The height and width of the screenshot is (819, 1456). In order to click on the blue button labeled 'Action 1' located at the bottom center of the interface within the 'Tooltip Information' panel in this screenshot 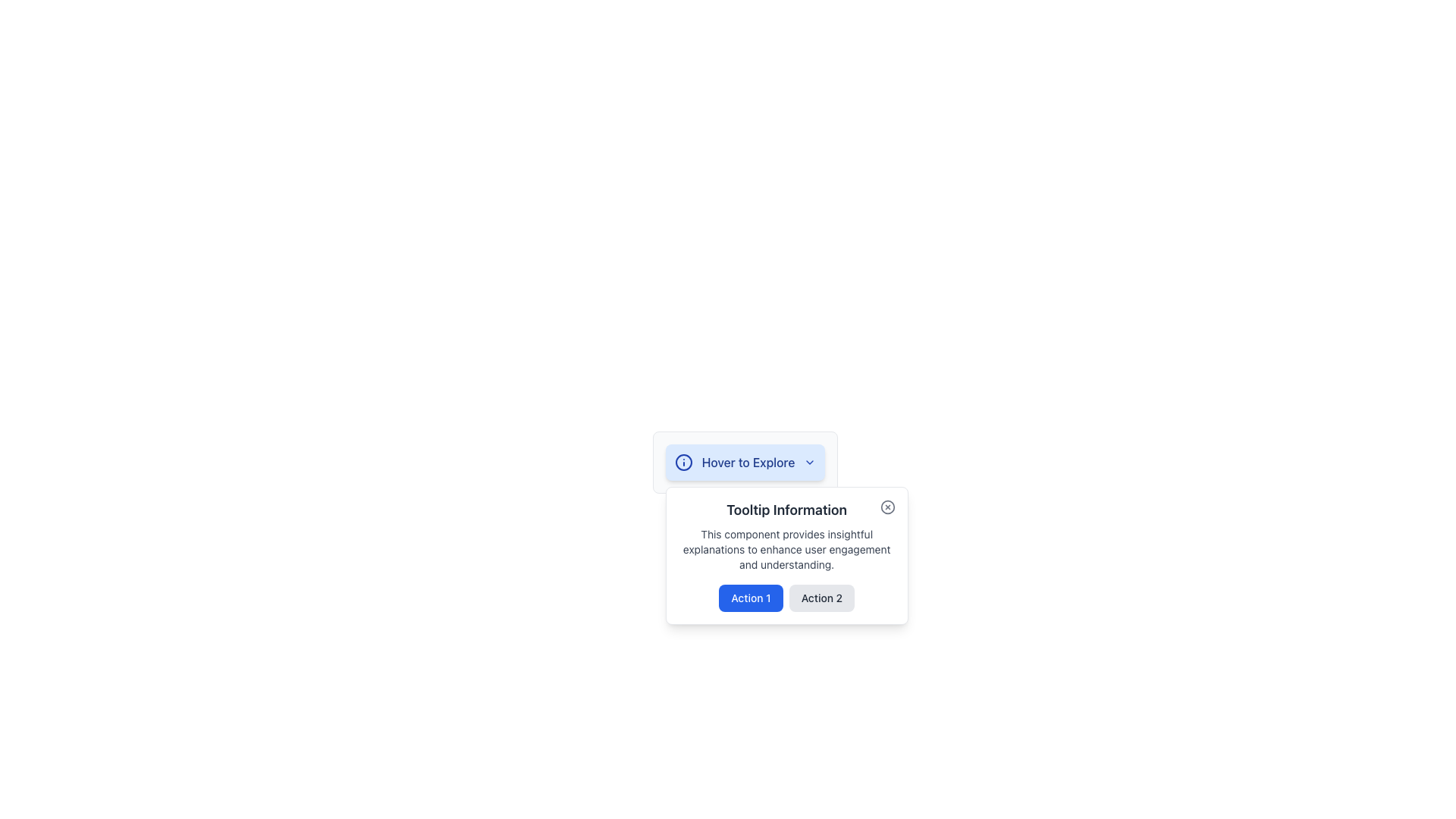, I will do `click(751, 598)`.